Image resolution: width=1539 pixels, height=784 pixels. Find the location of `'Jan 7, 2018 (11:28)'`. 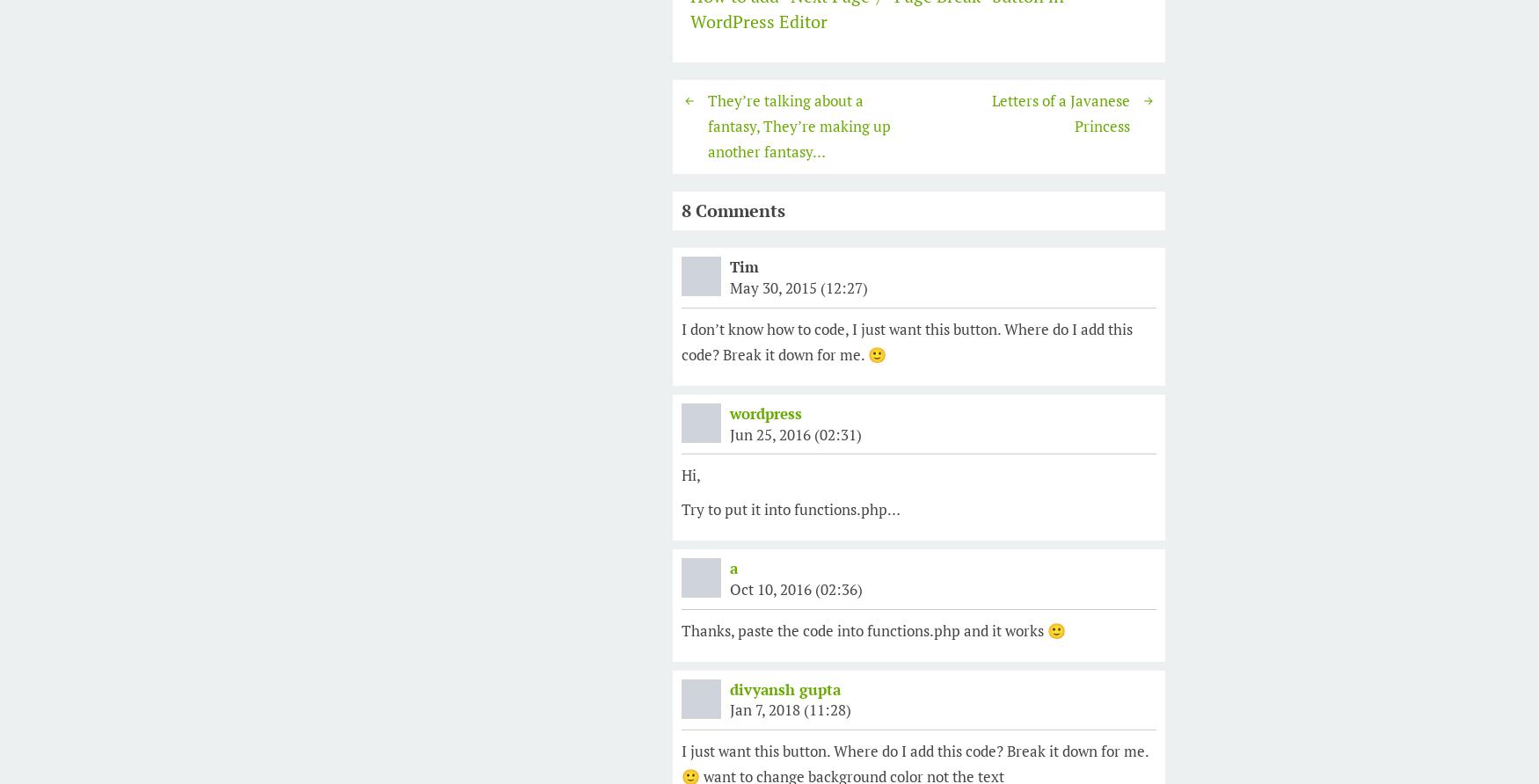

'Jan 7, 2018 (11:28)' is located at coordinates (789, 708).